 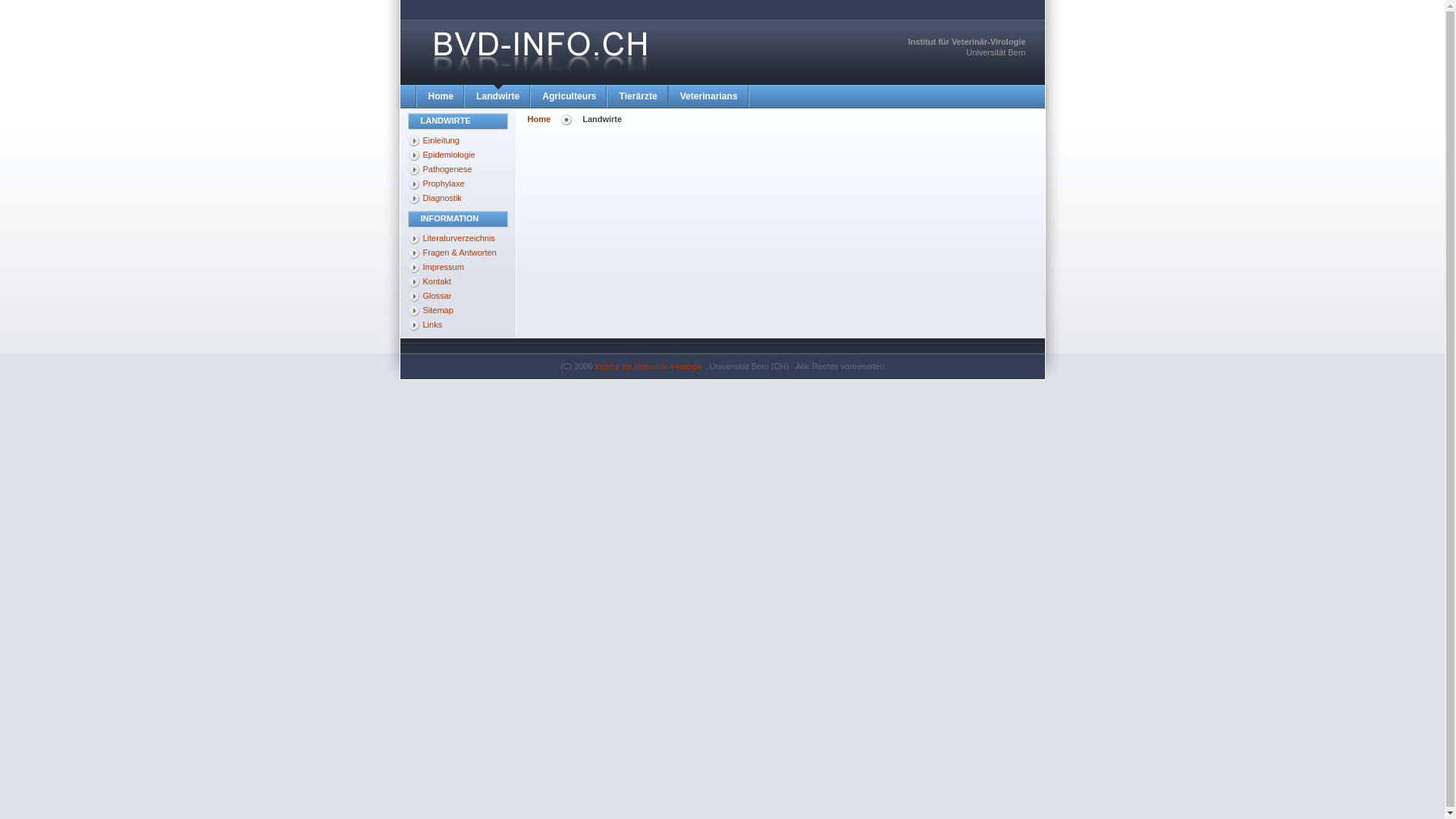 I want to click on 'Literaturverzeichnis', so click(x=457, y=237).